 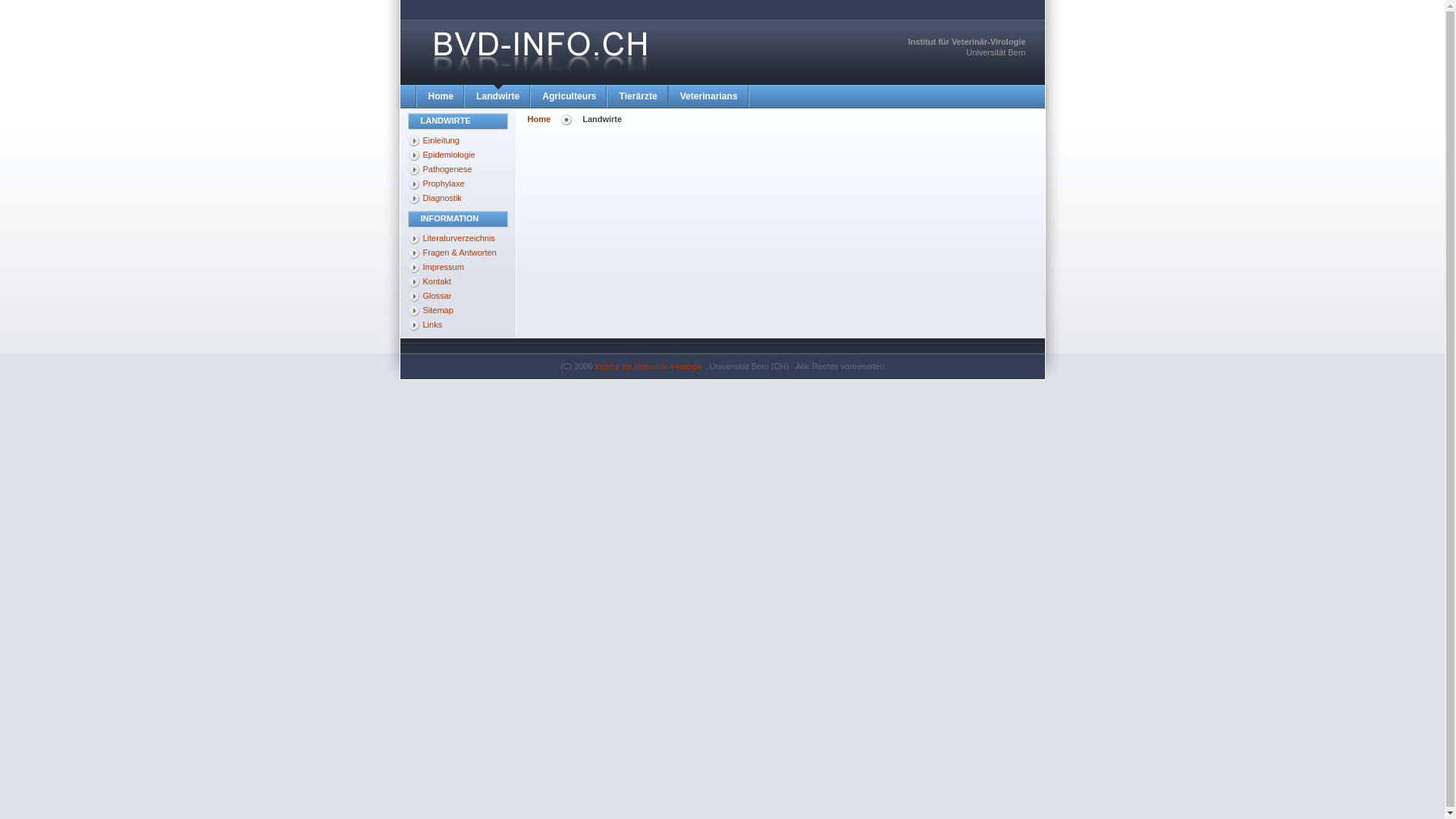 I want to click on 'Literaturverzeichnis', so click(x=457, y=237).